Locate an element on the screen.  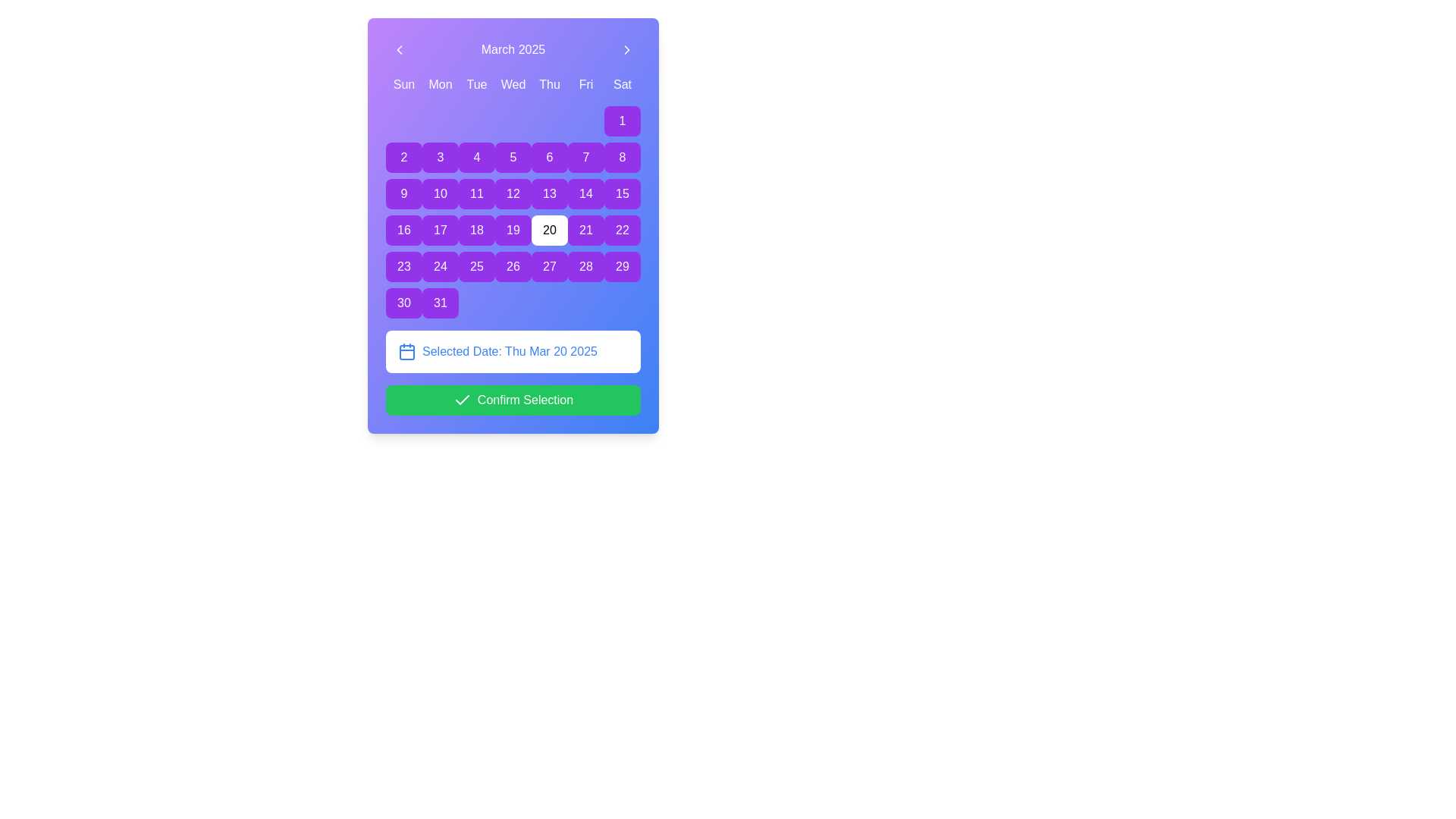
the rounded rectangular purple button displaying the number '1' is located at coordinates (622, 120).